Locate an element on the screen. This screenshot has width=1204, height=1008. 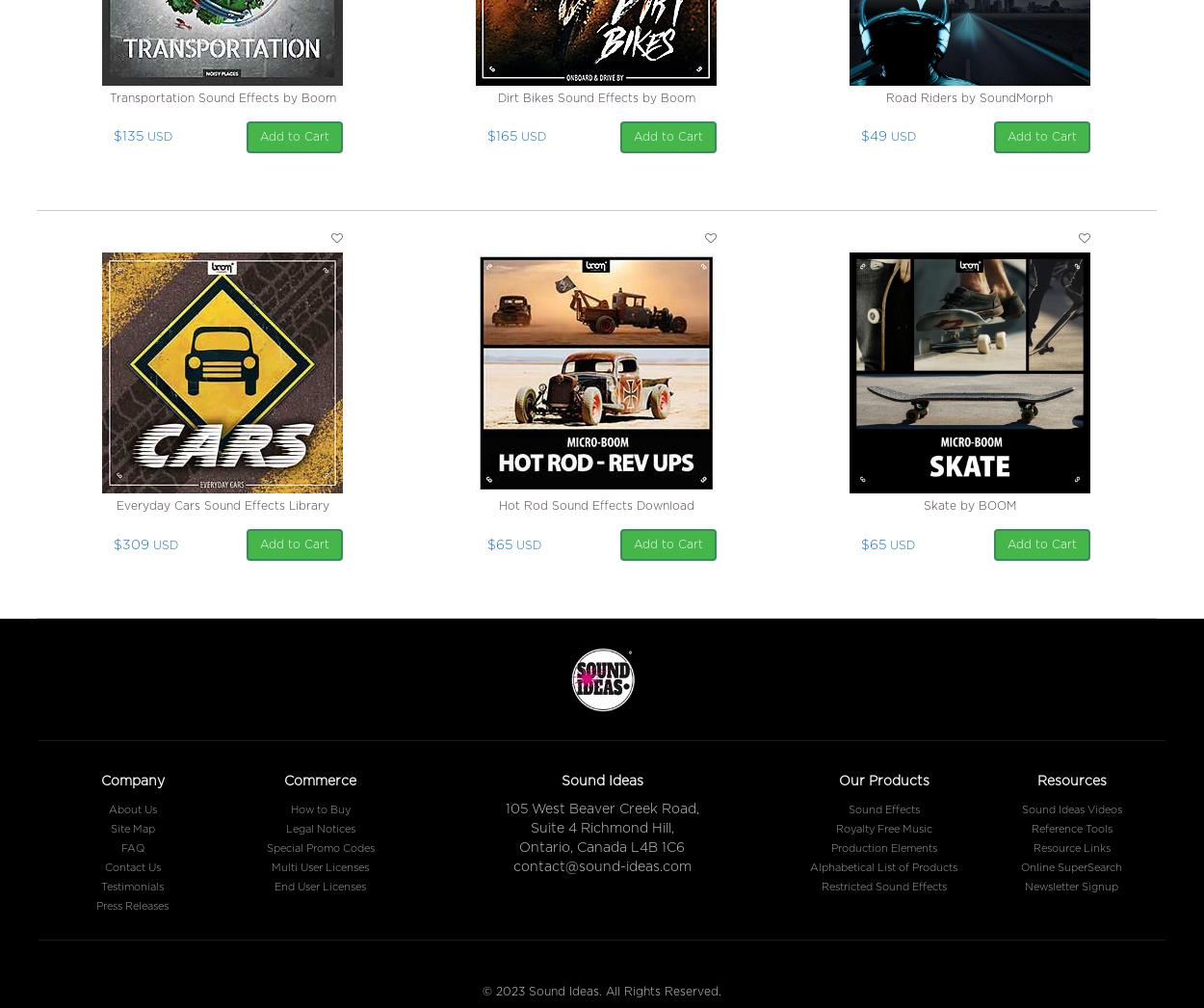
'$135' is located at coordinates (128, 136).